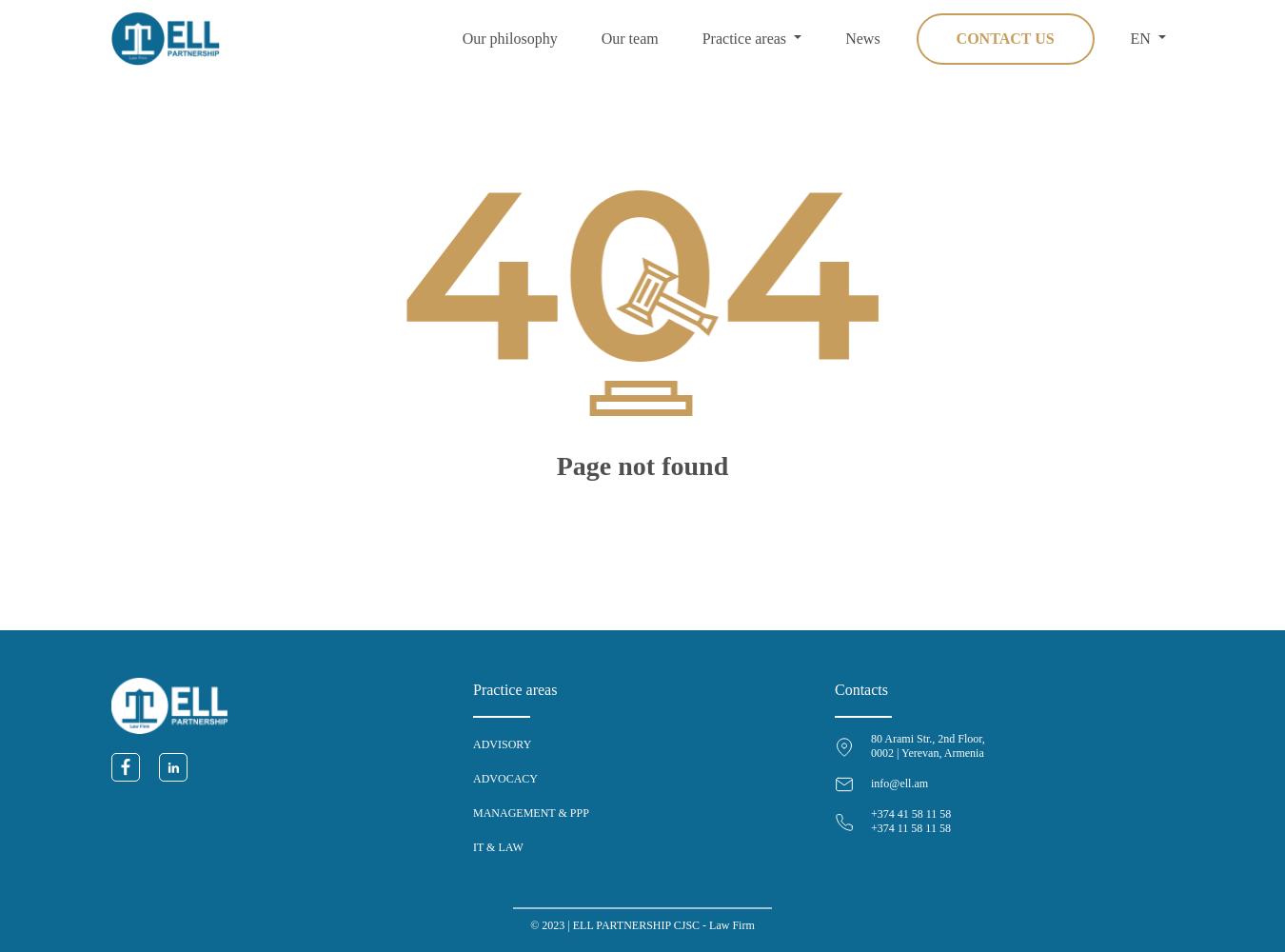 The height and width of the screenshot is (952, 1285). I want to click on 'Contact us', so click(954, 38).